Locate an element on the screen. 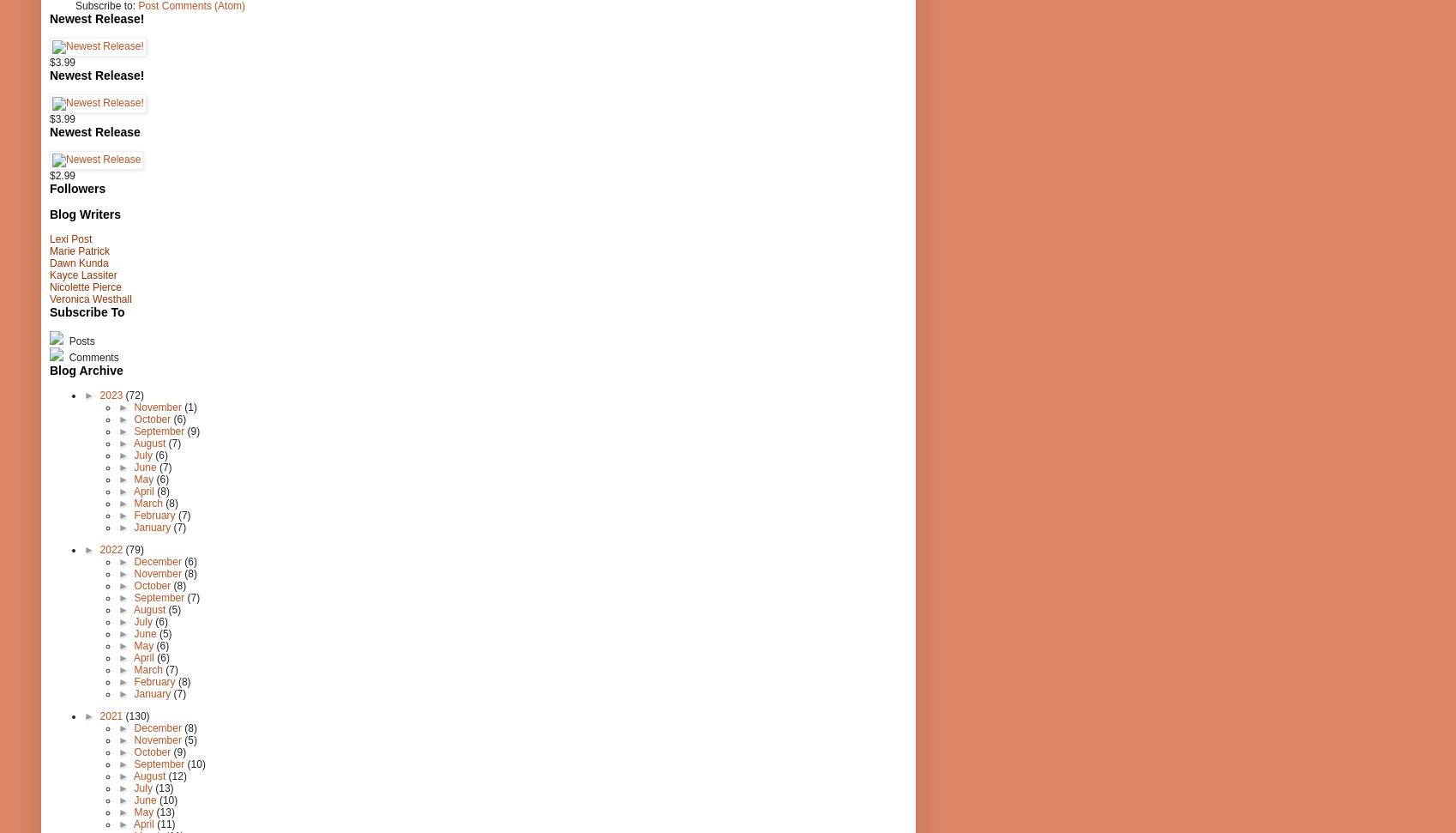 The image size is (1456, 833). 'Veronica Westhall' is located at coordinates (50, 299).